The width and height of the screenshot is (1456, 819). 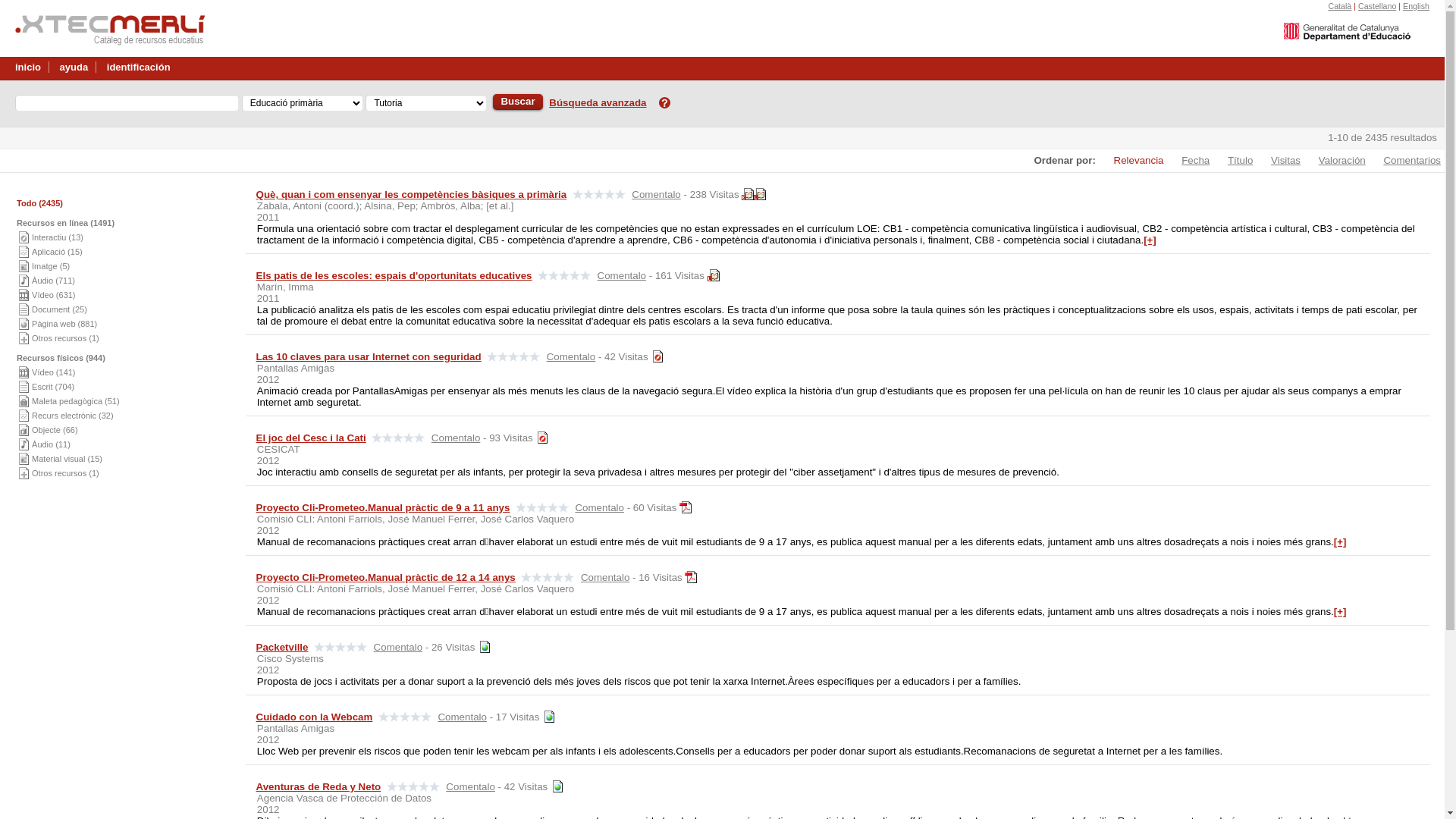 What do you see at coordinates (73, 63) in the screenshot?
I see `'ayuda'` at bounding box center [73, 63].